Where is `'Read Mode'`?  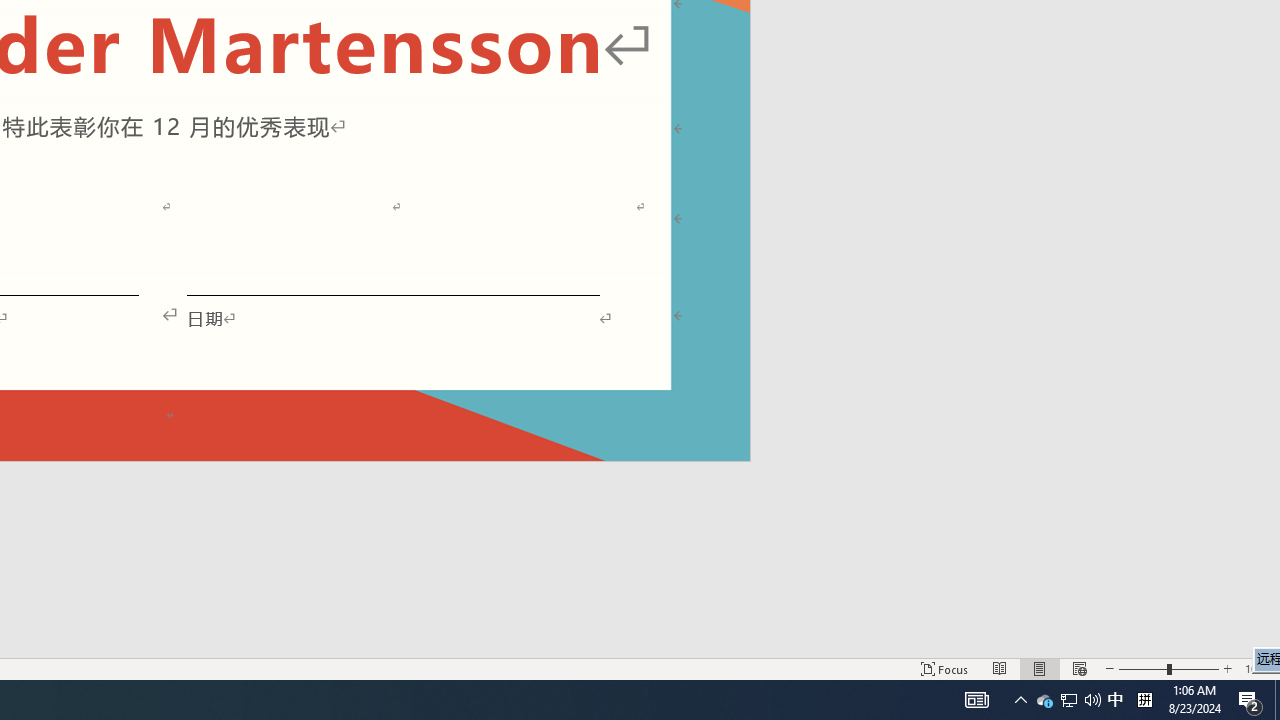
'Read Mode' is located at coordinates (1000, 669).